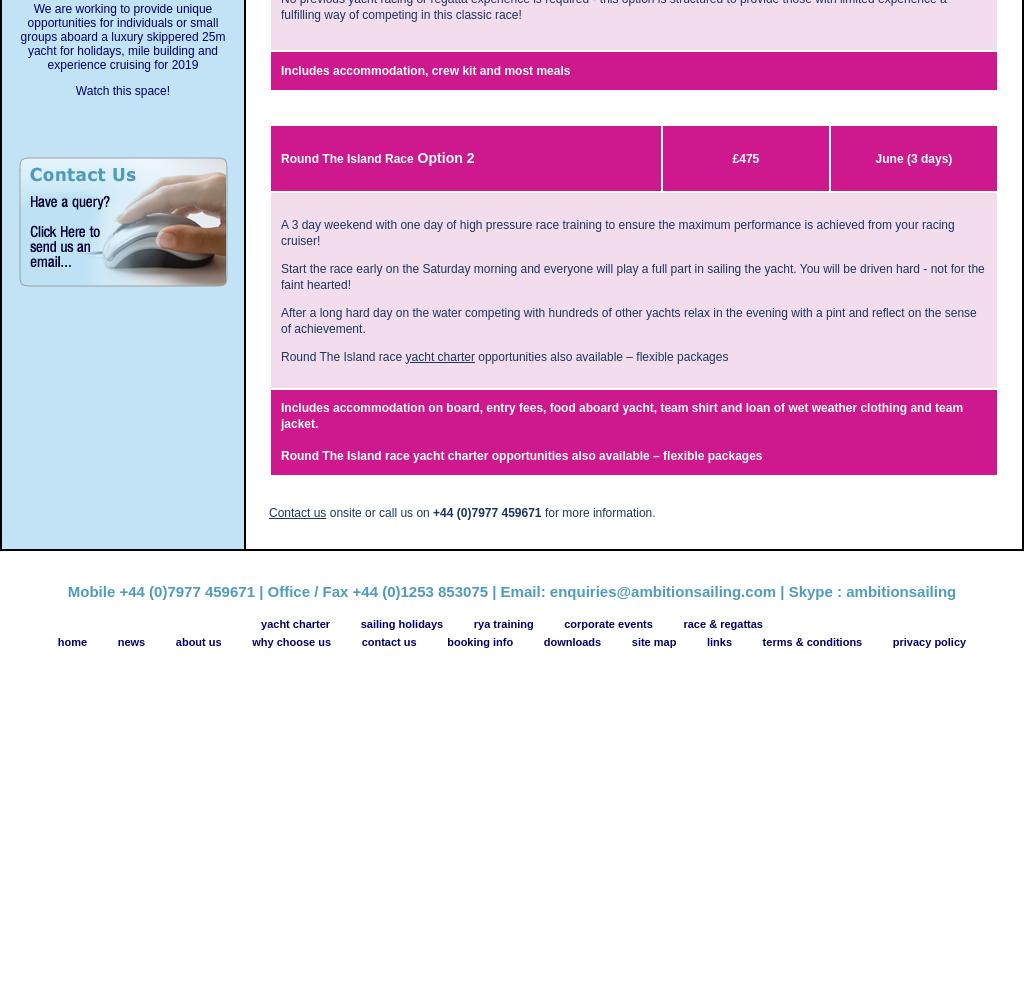 The image size is (1024, 1000). What do you see at coordinates (722, 622) in the screenshot?
I see `'race & regattas'` at bounding box center [722, 622].